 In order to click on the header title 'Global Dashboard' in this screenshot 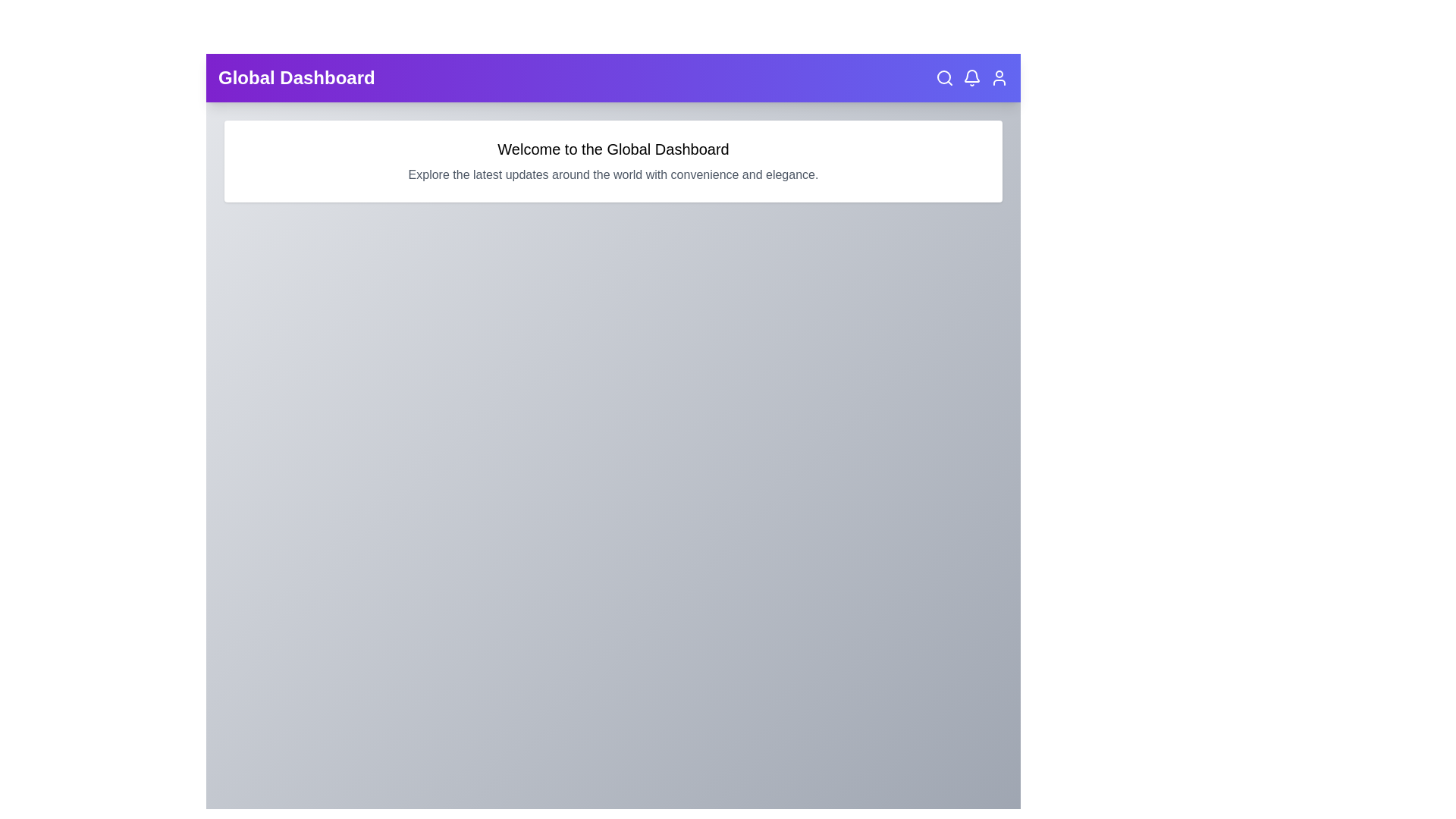, I will do `click(296, 78)`.